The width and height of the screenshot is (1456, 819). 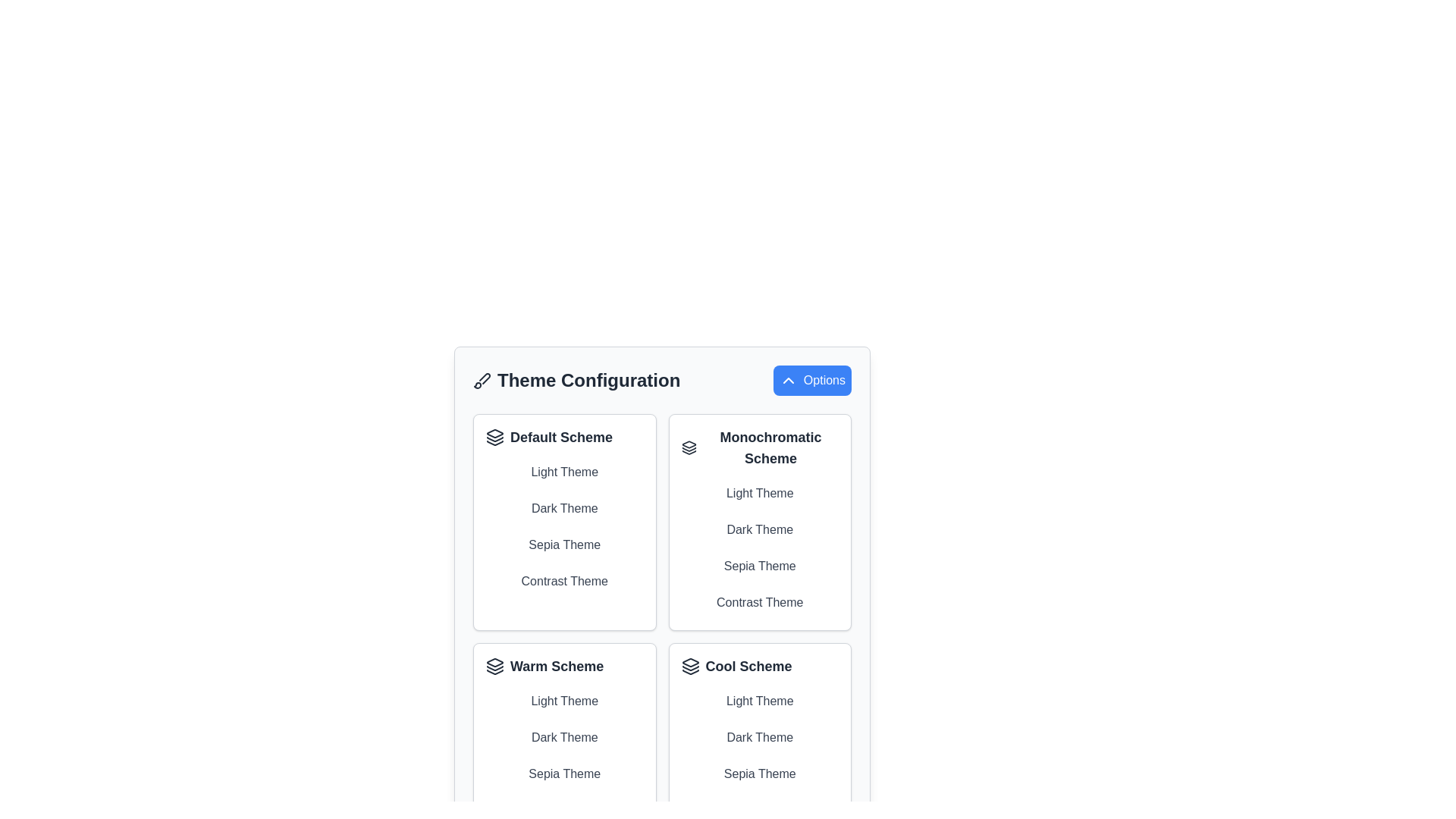 What do you see at coordinates (563, 666) in the screenshot?
I see `bold text 'Warm Scheme' in the second card on the lower-left side of the grid layout, which is accompanied by a layered icon on its left side` at bounding box center [563, 666].